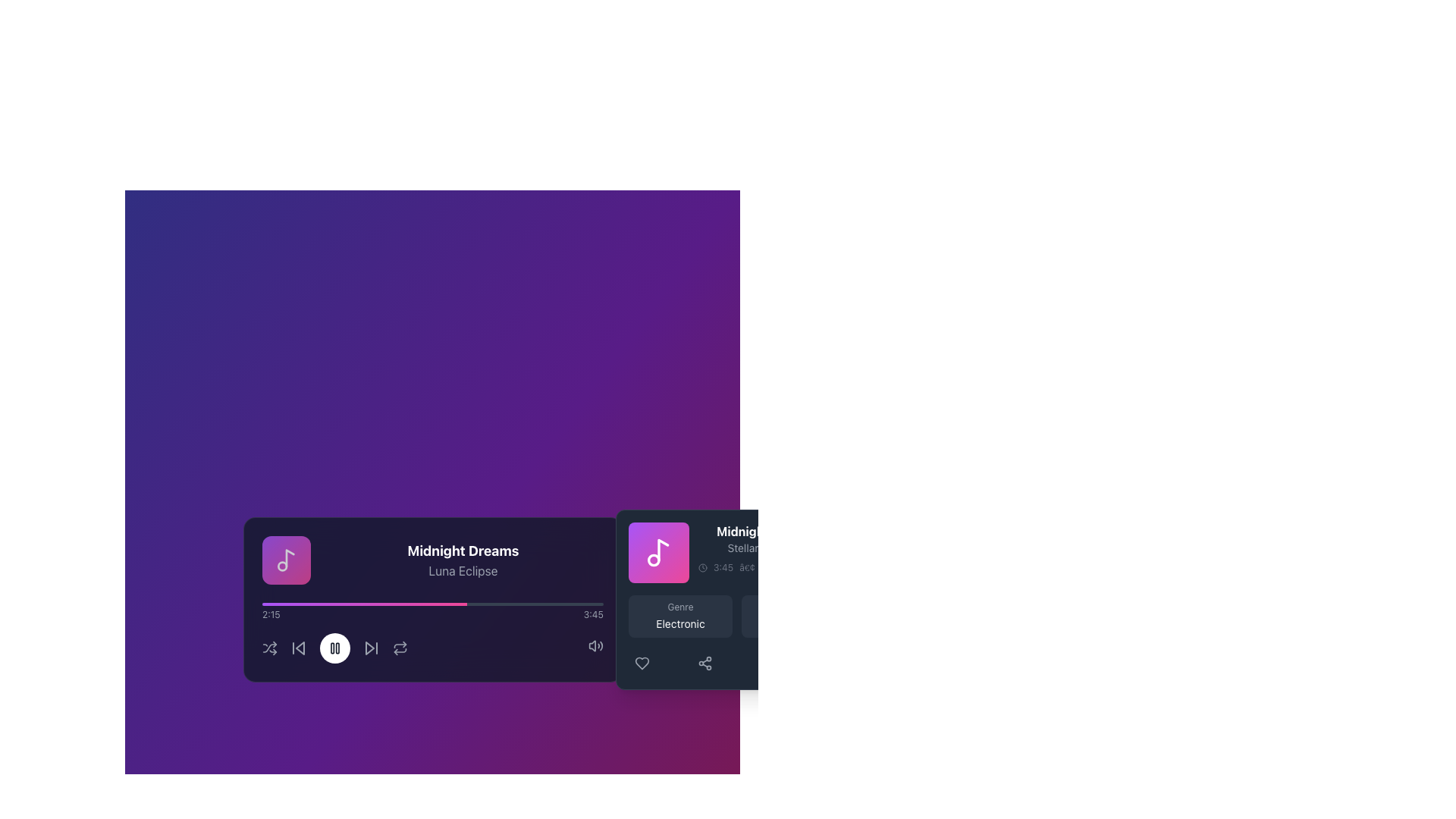  What do you see at coordinates (400, 648) in the screenshot?
I see `the repeat button, which is a small circular arrow icon in the music control interface` at bounding box center [400, 648].